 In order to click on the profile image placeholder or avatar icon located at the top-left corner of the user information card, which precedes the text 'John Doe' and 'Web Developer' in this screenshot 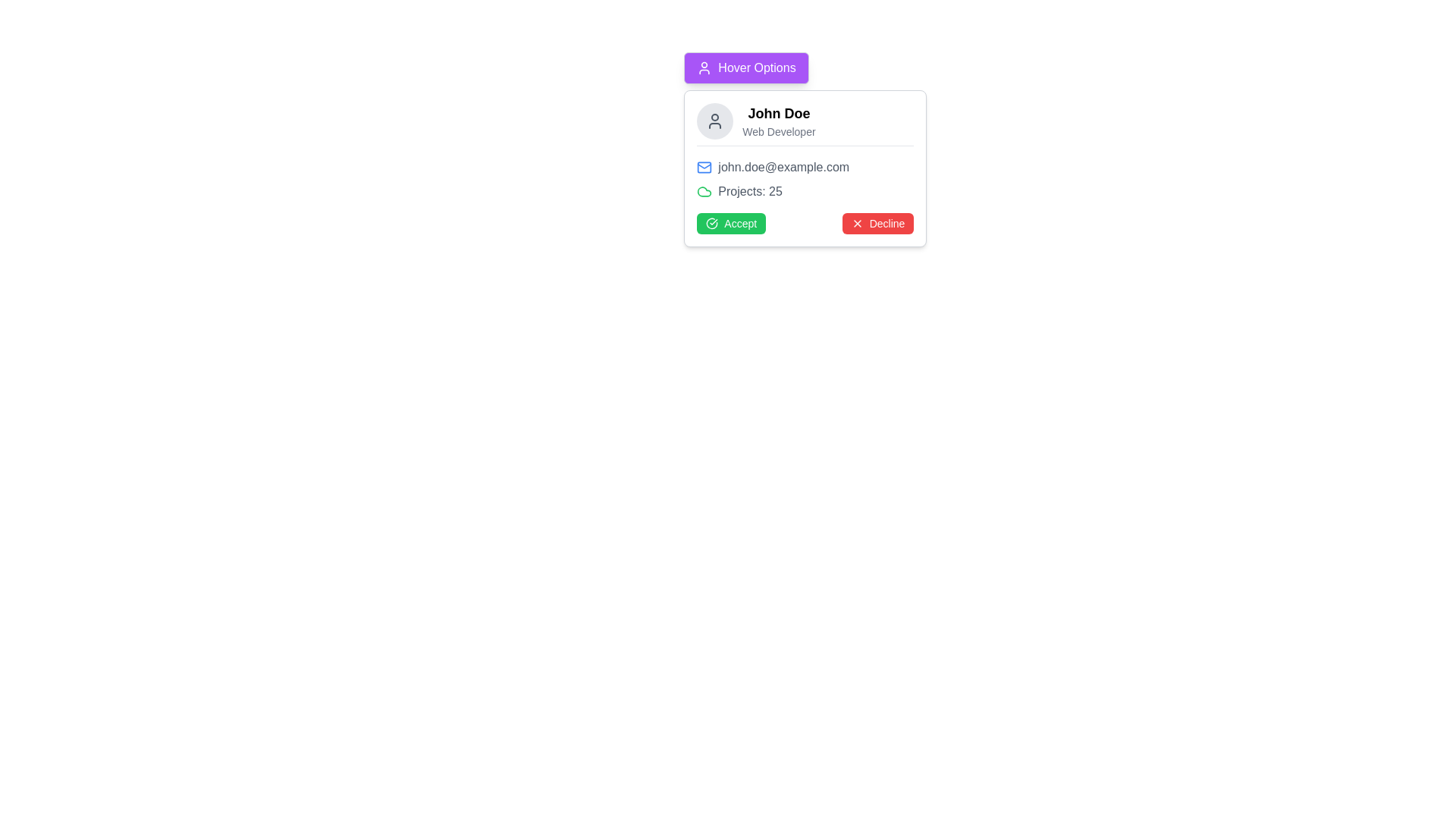, I will do `click(714, 120)`.